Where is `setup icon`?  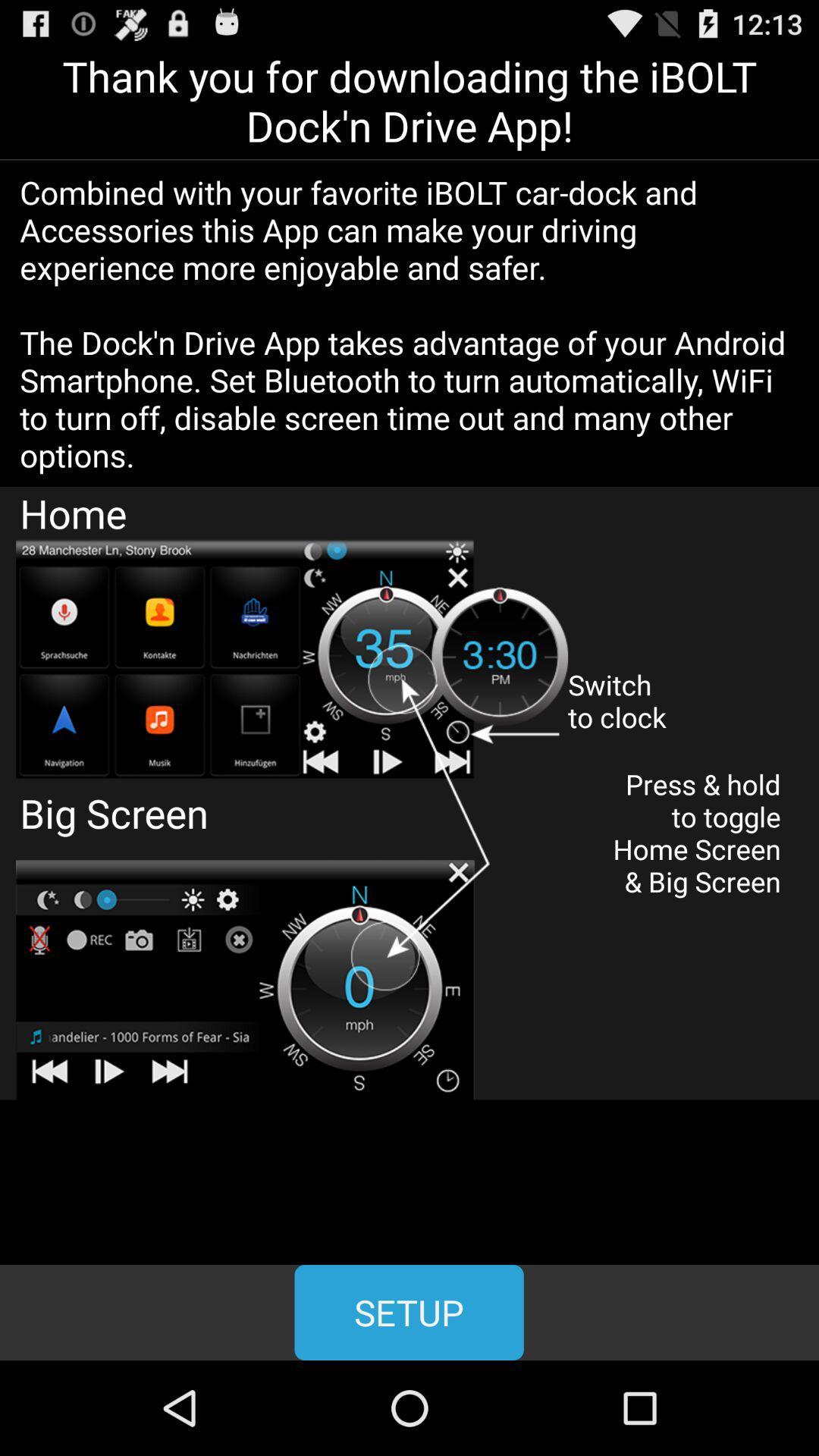
setup icon is located at coordinates (408, 1312).